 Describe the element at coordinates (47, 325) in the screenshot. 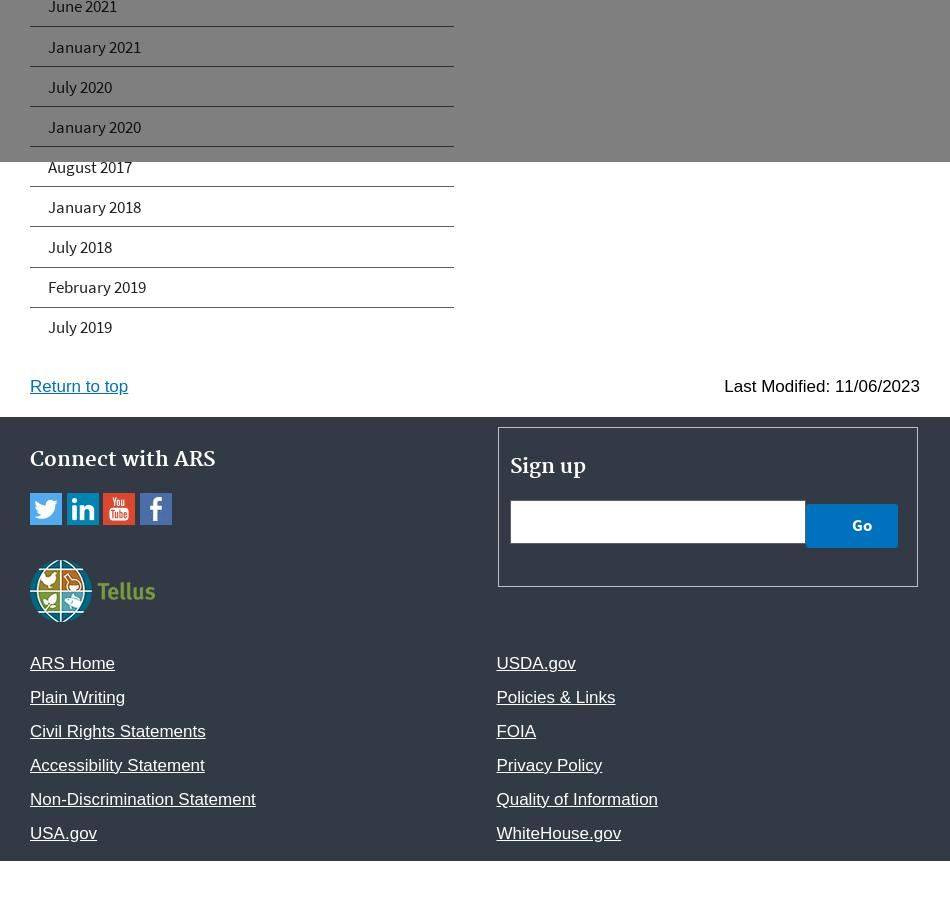

I see `'July 2019'` at that location.